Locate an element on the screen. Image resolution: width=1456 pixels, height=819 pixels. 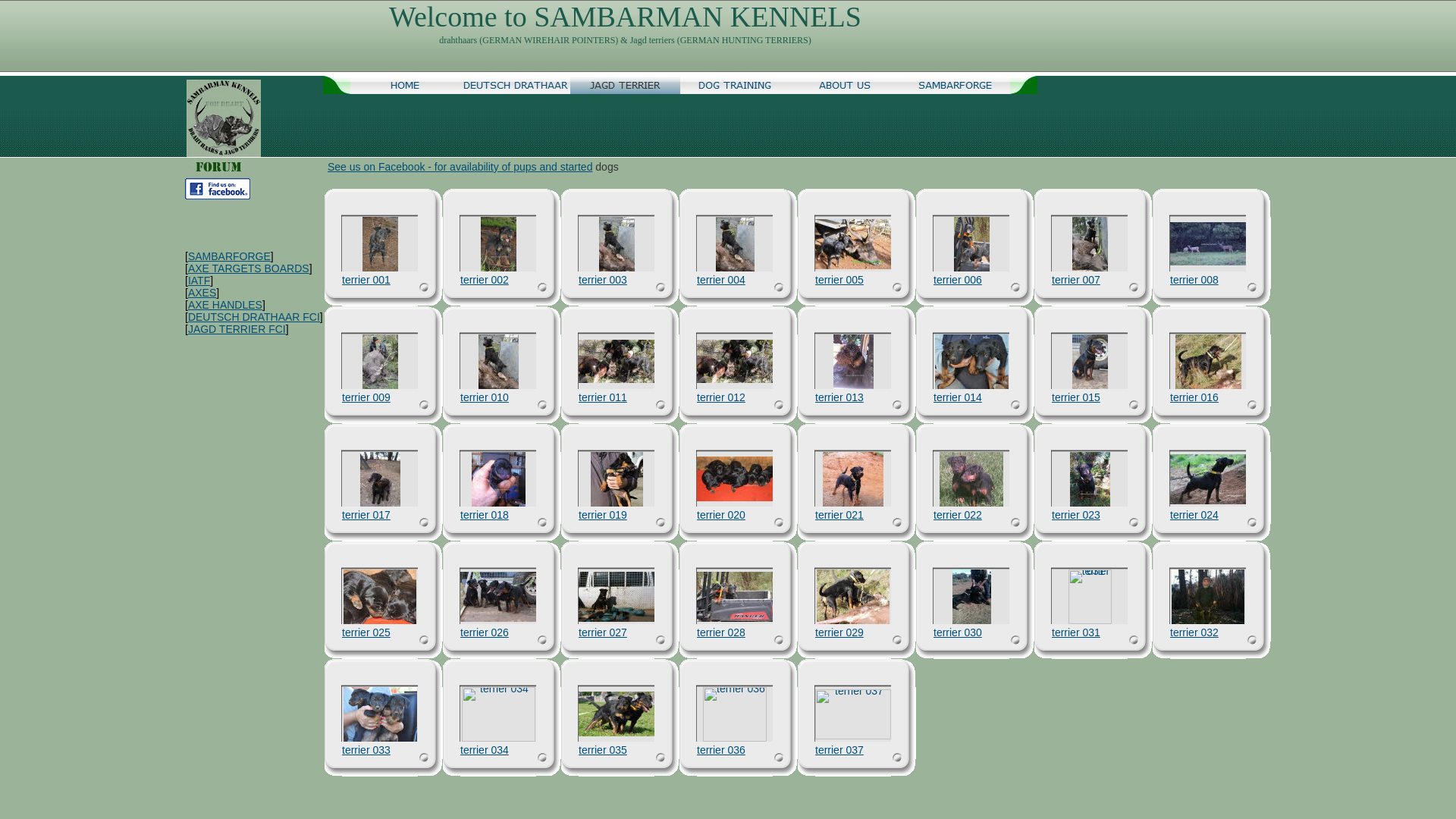
'terrier 033' is located at coordinates (379, 714).